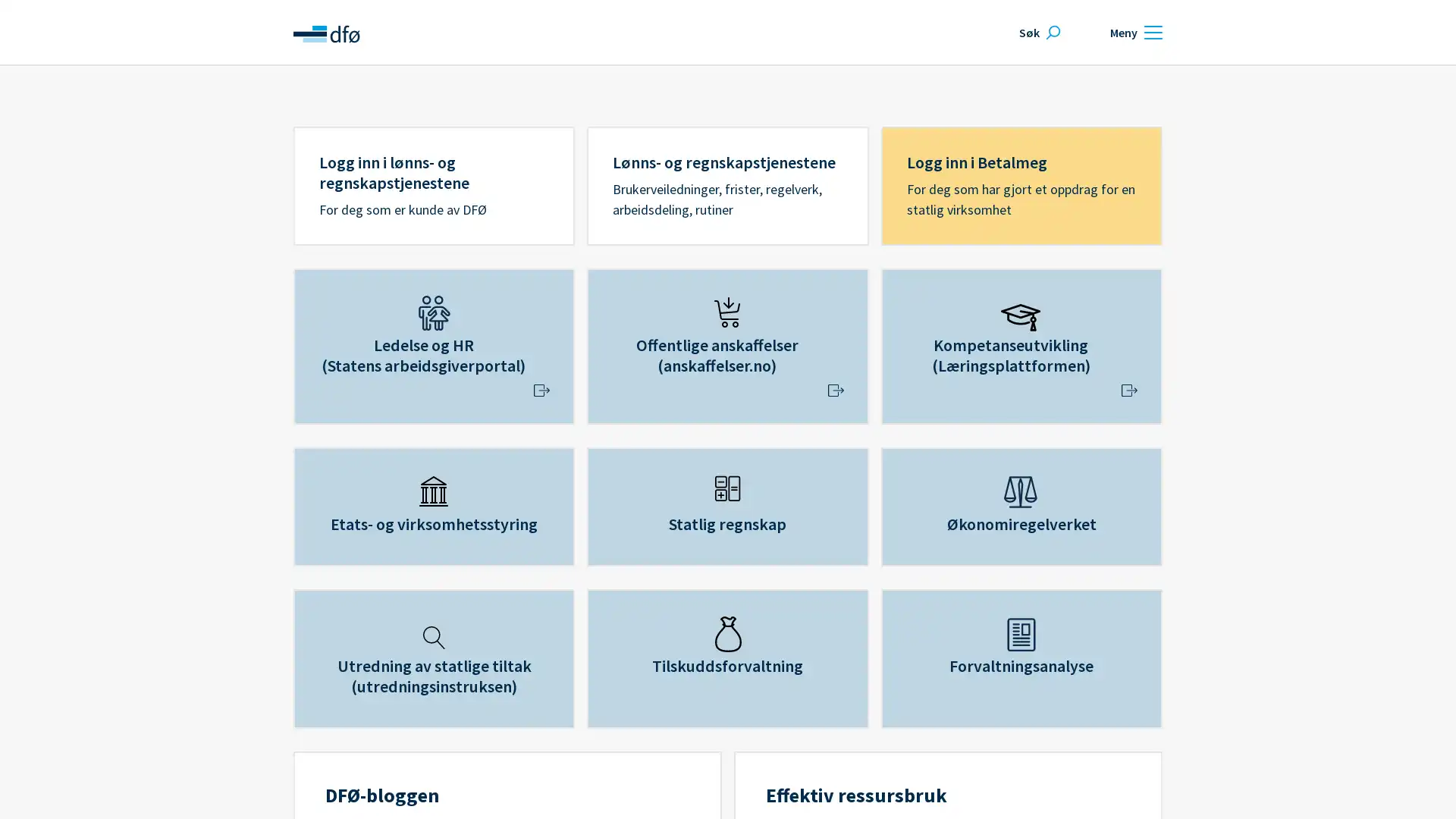 The width and height of the screenshot is (1456, 819). Describe the element at coordinates (1037, 32) in the screenshot. I see `Sk` at that location.